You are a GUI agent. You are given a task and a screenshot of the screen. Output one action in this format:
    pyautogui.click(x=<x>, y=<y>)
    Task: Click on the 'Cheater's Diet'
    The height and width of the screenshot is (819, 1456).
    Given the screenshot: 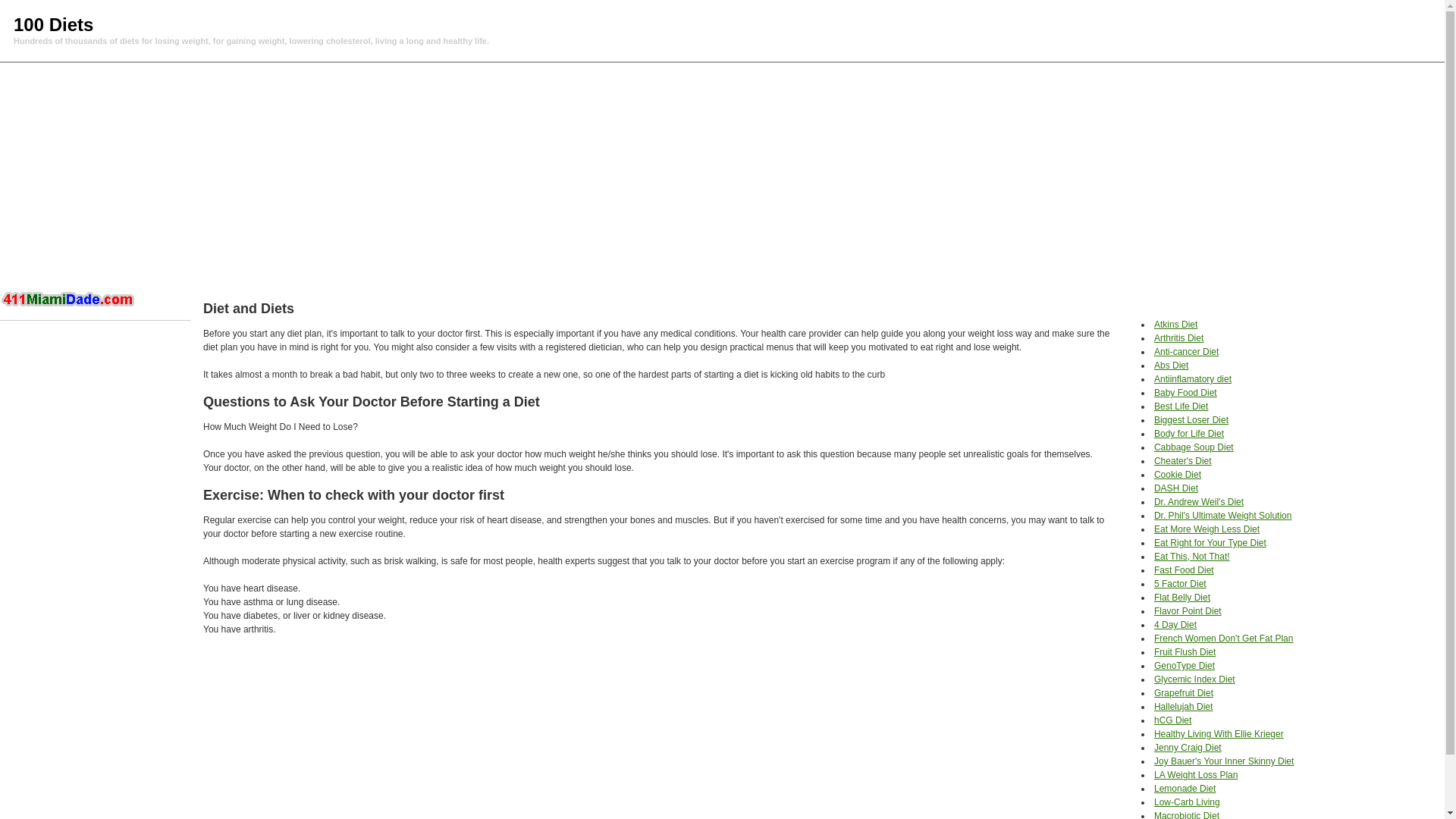 What is the action you would take?
    pyautogui.click(x=1182, y=460)
    